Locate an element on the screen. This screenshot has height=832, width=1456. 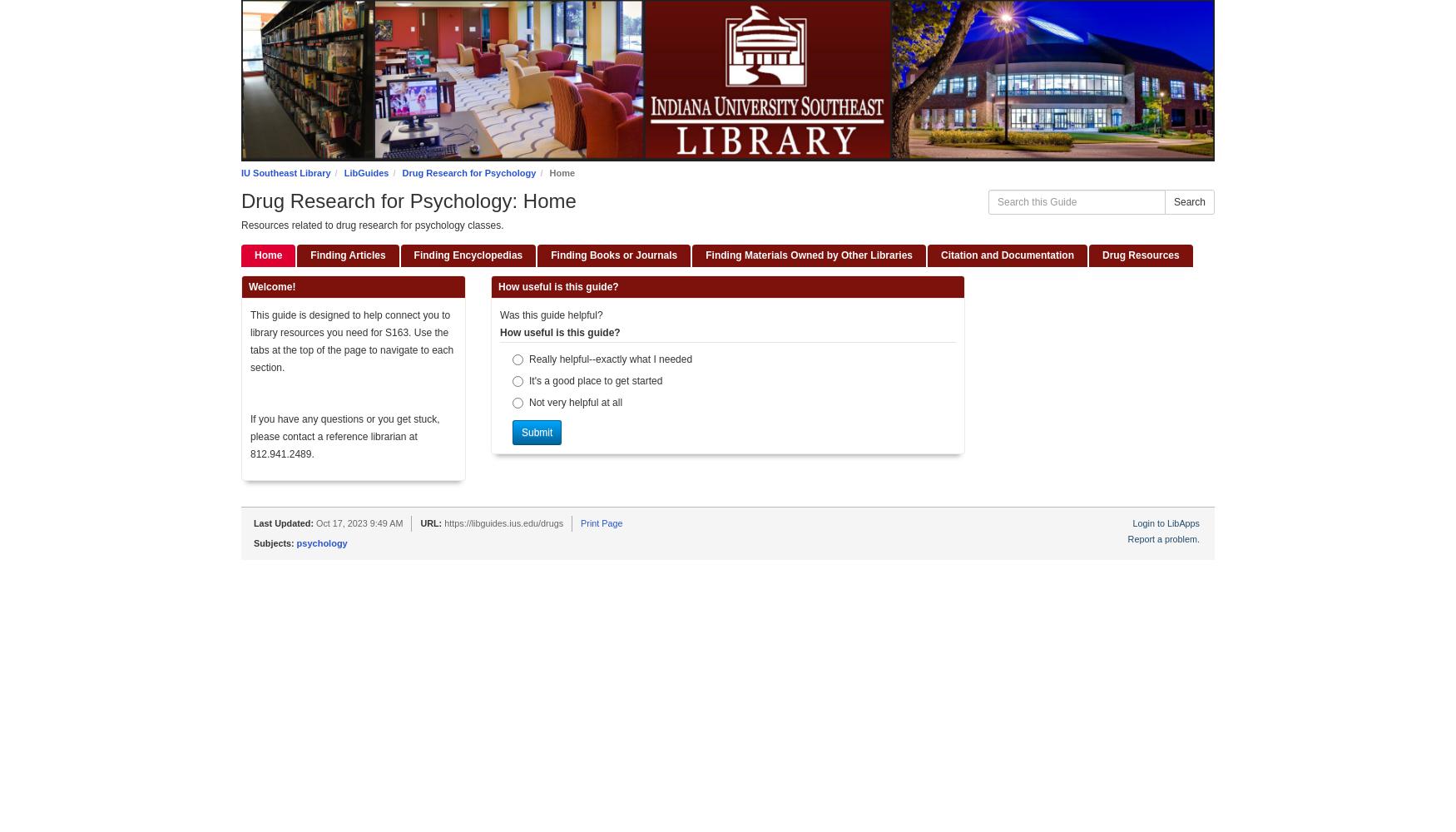
'Resources related to drug research for psychology classes.' is located at coordinates (372, 225).